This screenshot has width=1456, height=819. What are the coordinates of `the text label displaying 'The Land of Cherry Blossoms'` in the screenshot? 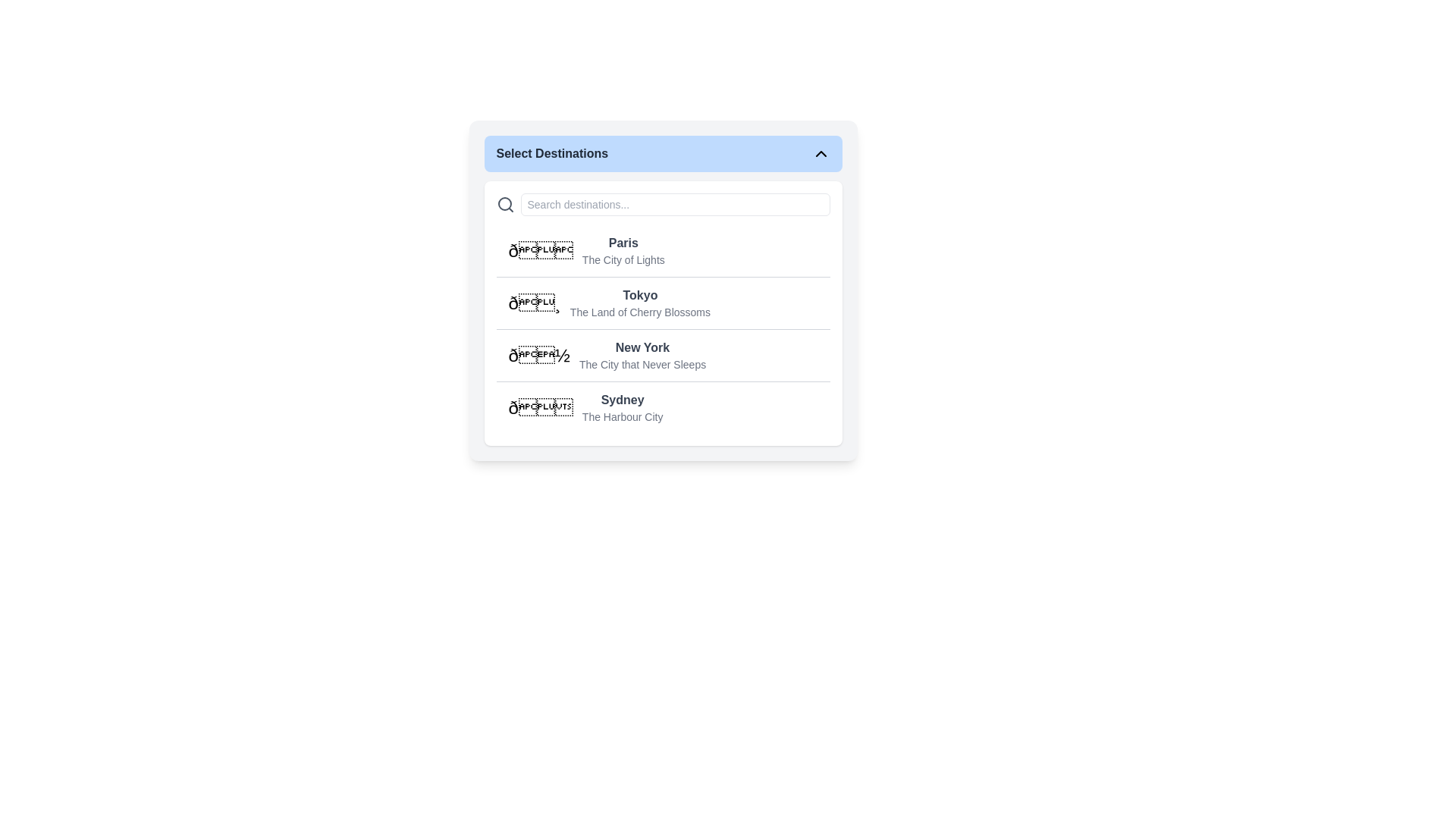 It's located at (640, 312).